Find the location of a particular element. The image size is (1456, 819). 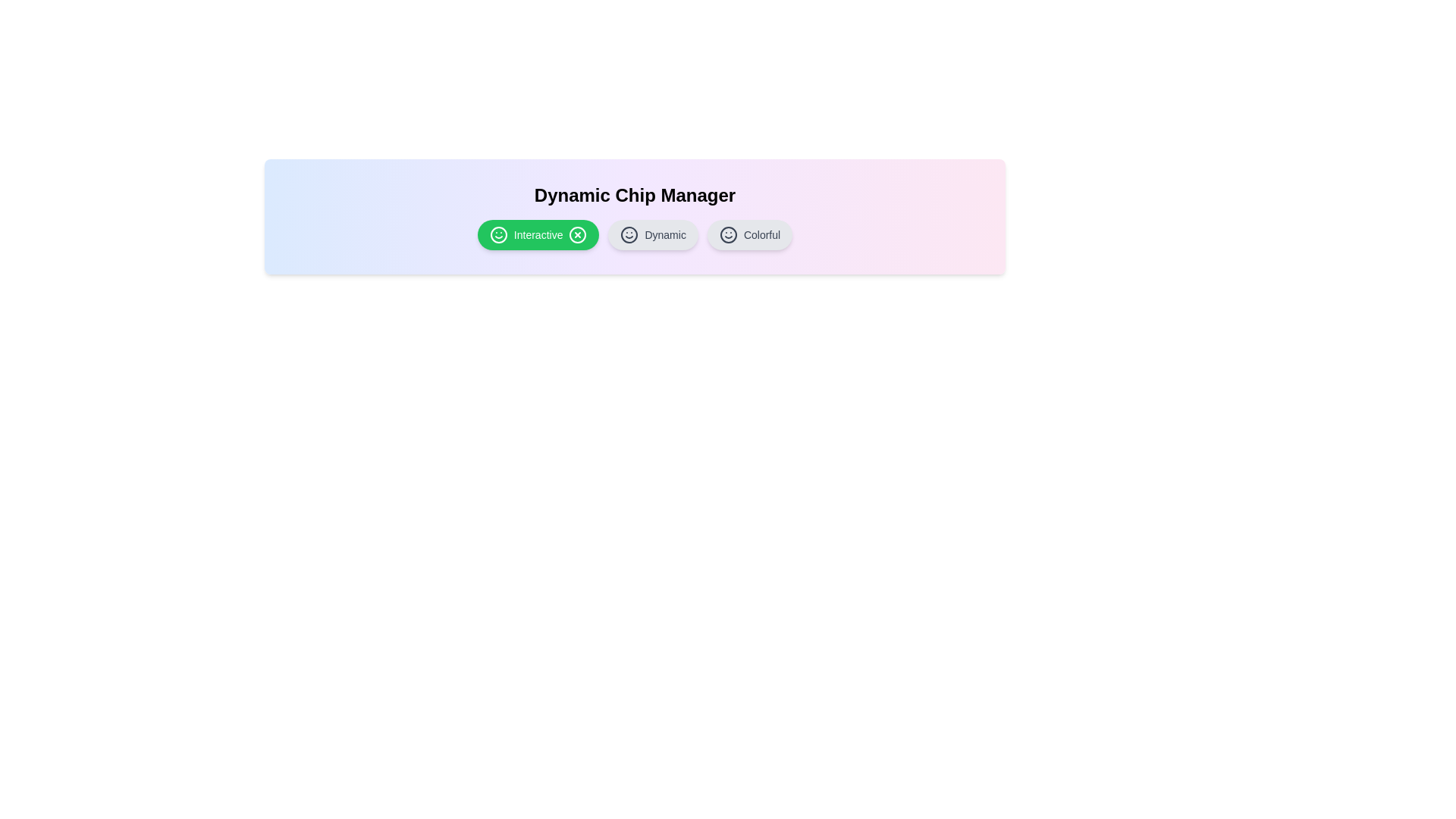

the icon within the chip labeled 'Dynamic' is located at coordinates (629, 234).